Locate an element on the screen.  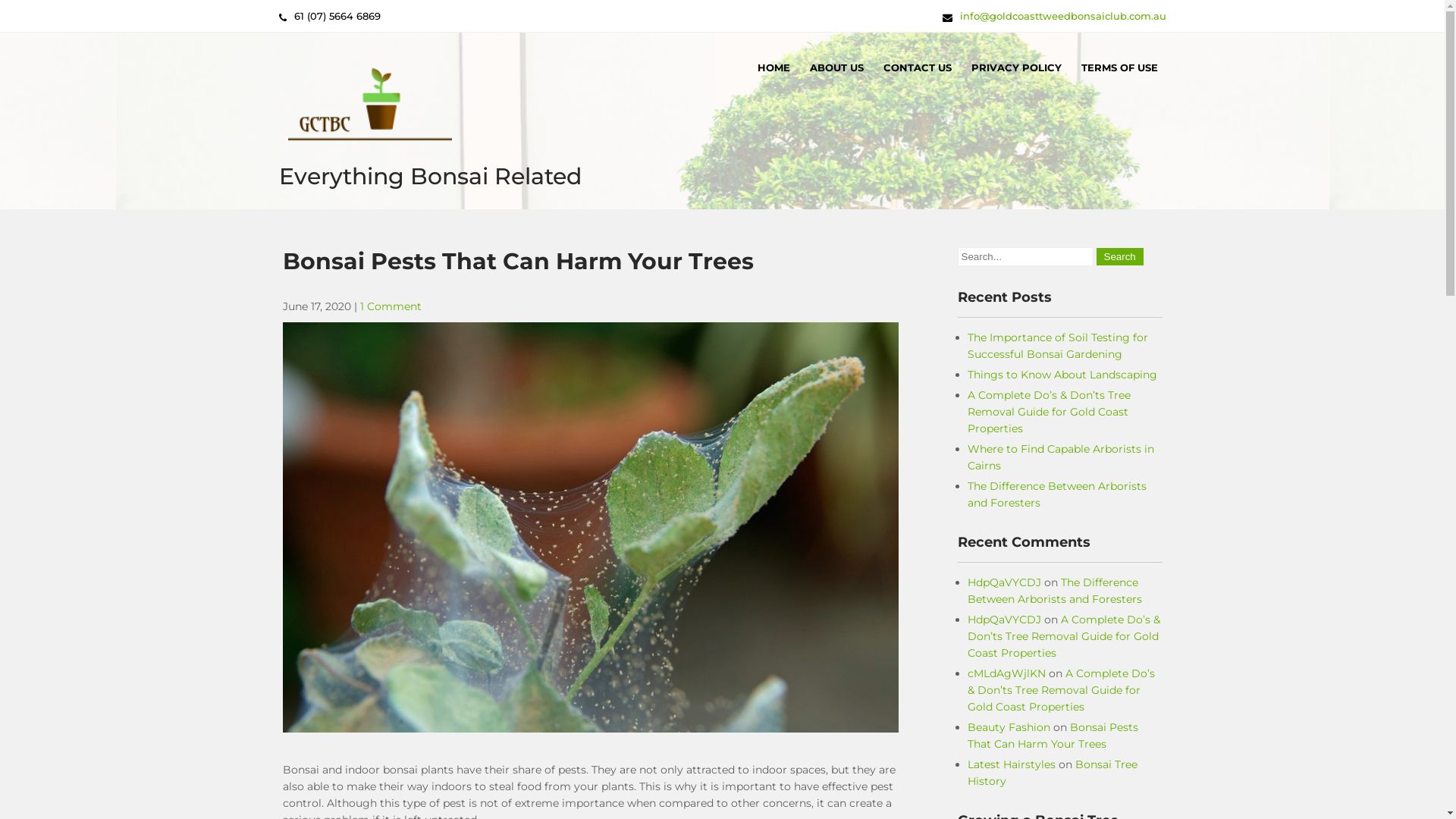
'Bonsai Pests That Can Harm Your Trees' is located at coordinates (1052, 734).